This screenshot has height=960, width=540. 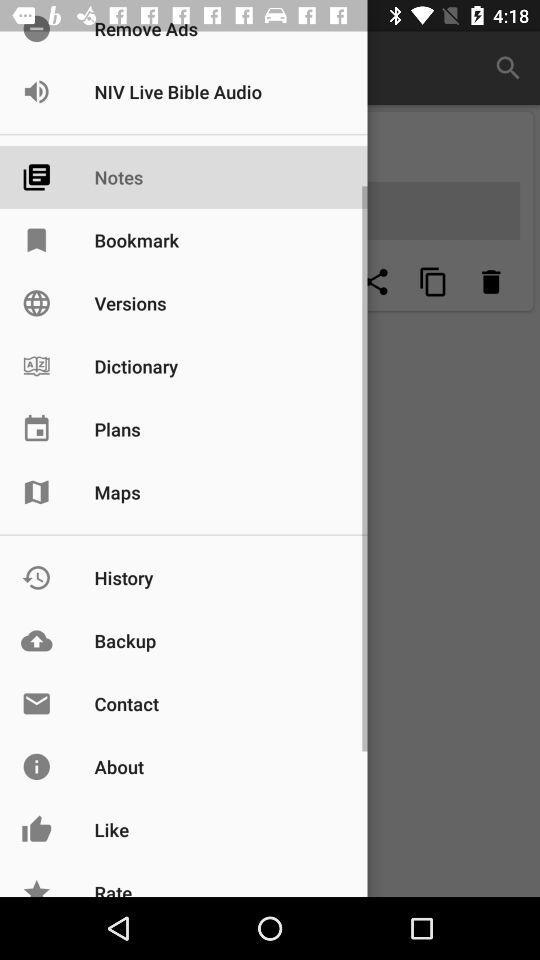 What do you see at coordinates (432, 281) in the screenshot?
I see `copy to clipboard` at bounding box center [432, 281].